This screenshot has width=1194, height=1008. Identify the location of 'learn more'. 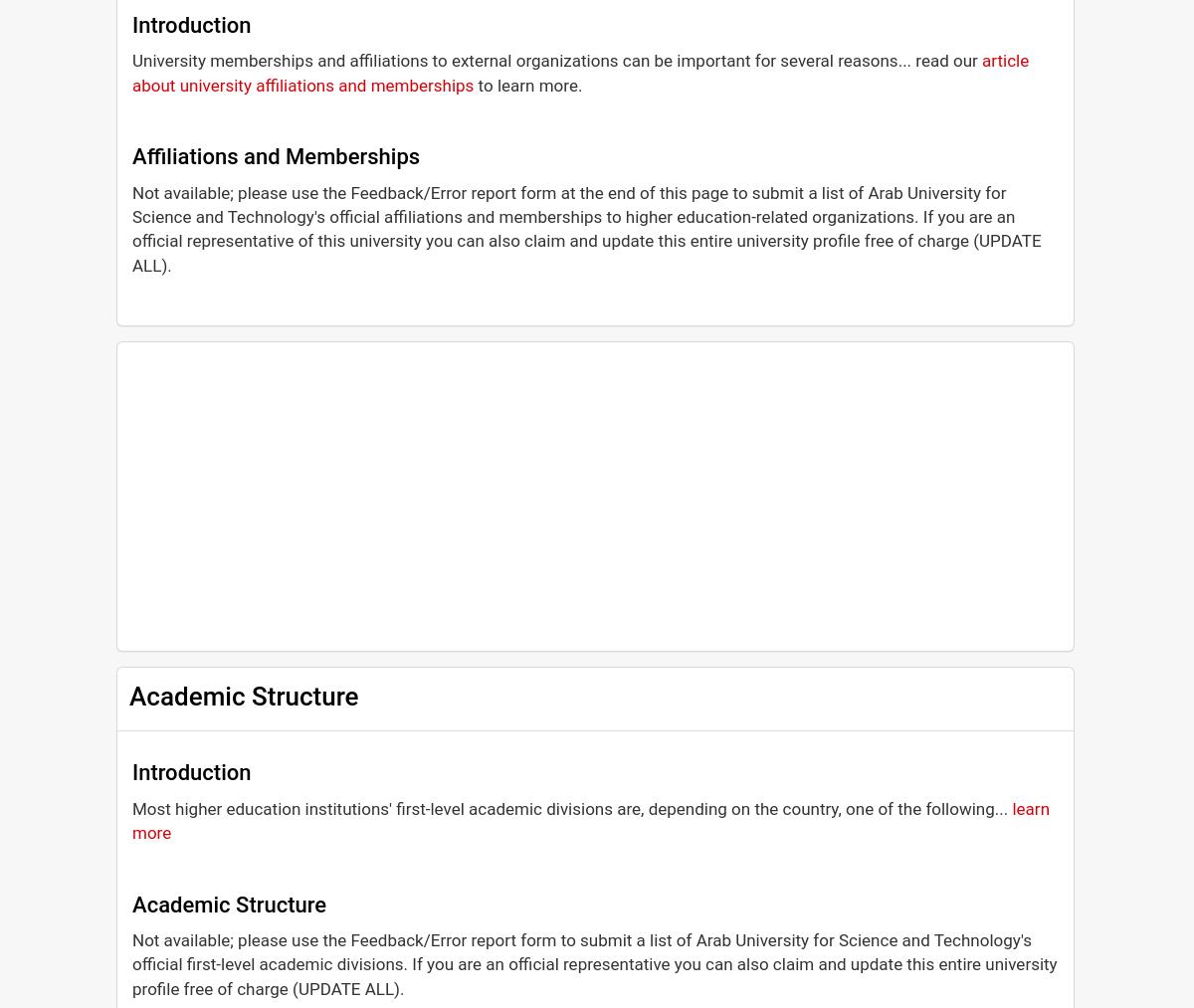
(590, 819).